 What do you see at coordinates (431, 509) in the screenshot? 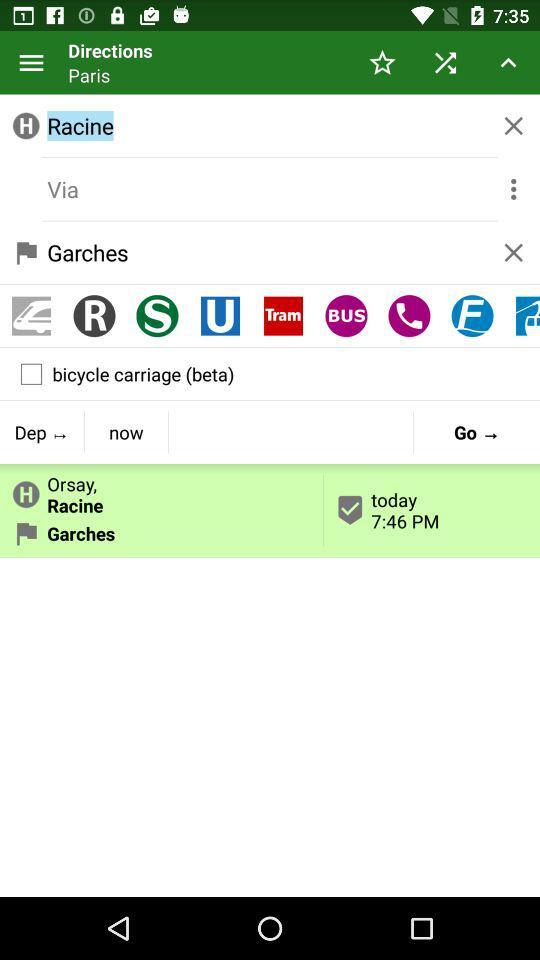
I see `the today 7 46` at bounding box center [431, 509].